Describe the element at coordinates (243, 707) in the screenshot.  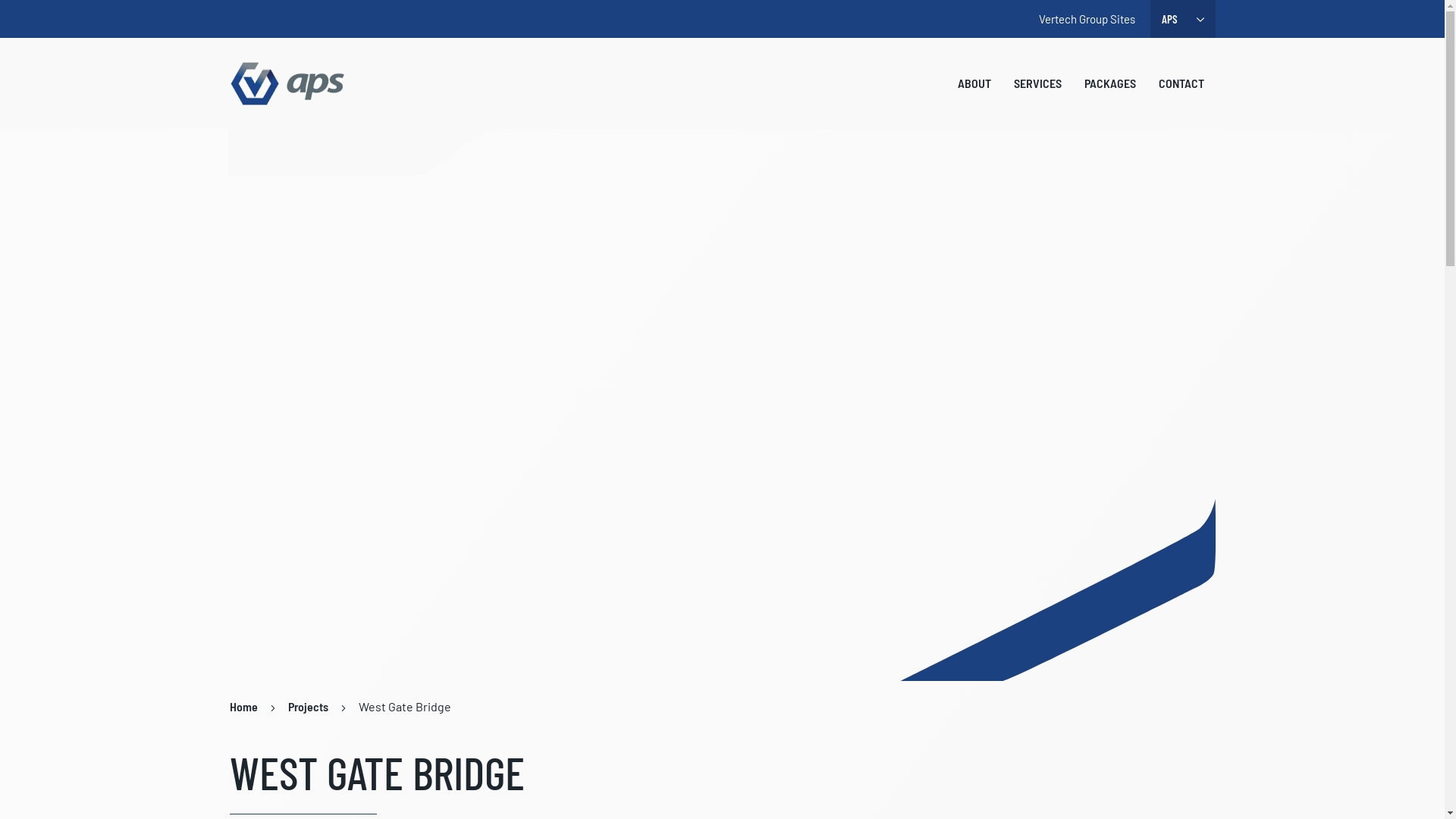
I see `'Home'` at that location.